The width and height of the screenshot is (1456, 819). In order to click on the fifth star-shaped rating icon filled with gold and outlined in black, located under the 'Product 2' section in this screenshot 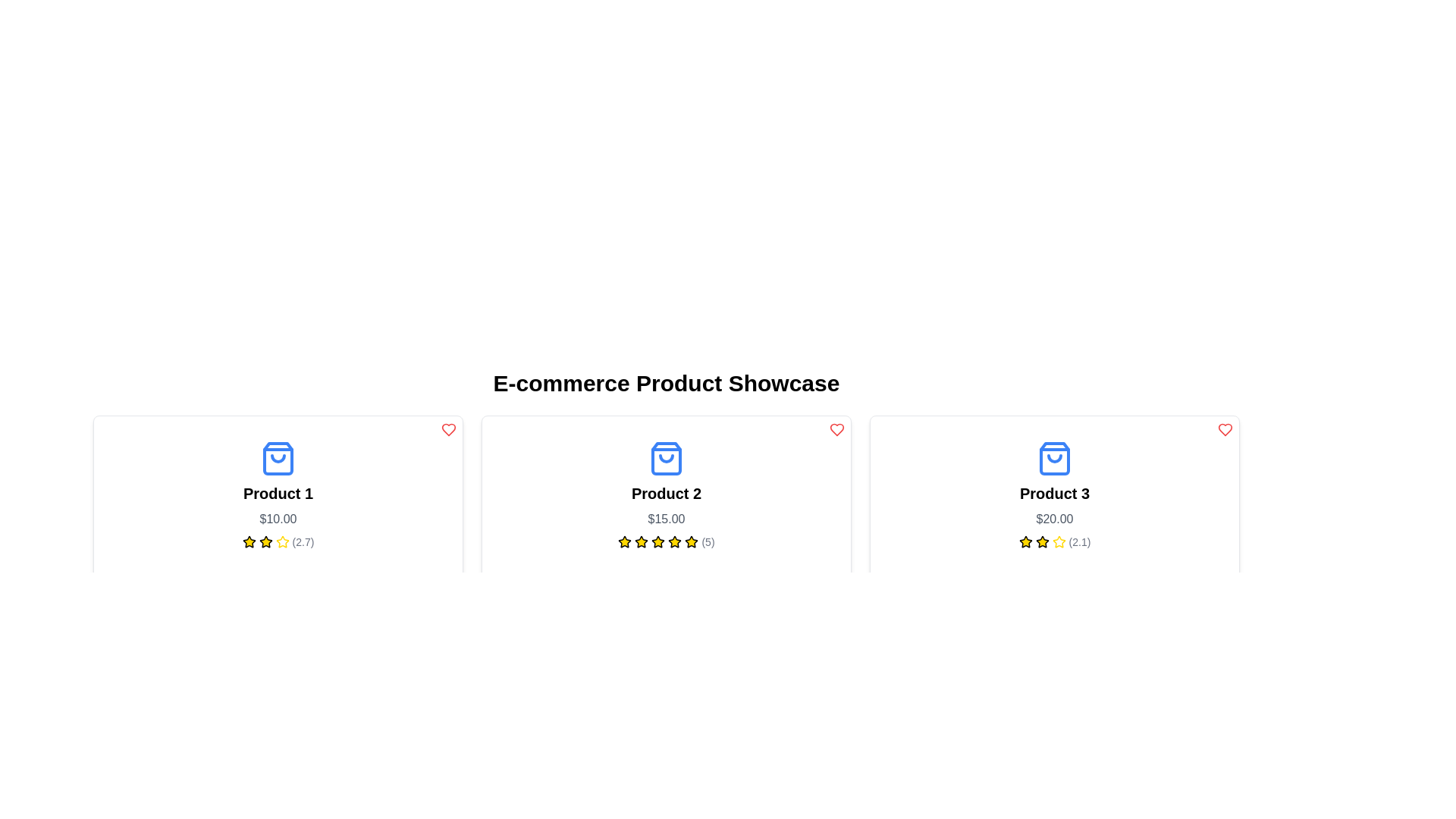, I will do `click(658, 541)`.